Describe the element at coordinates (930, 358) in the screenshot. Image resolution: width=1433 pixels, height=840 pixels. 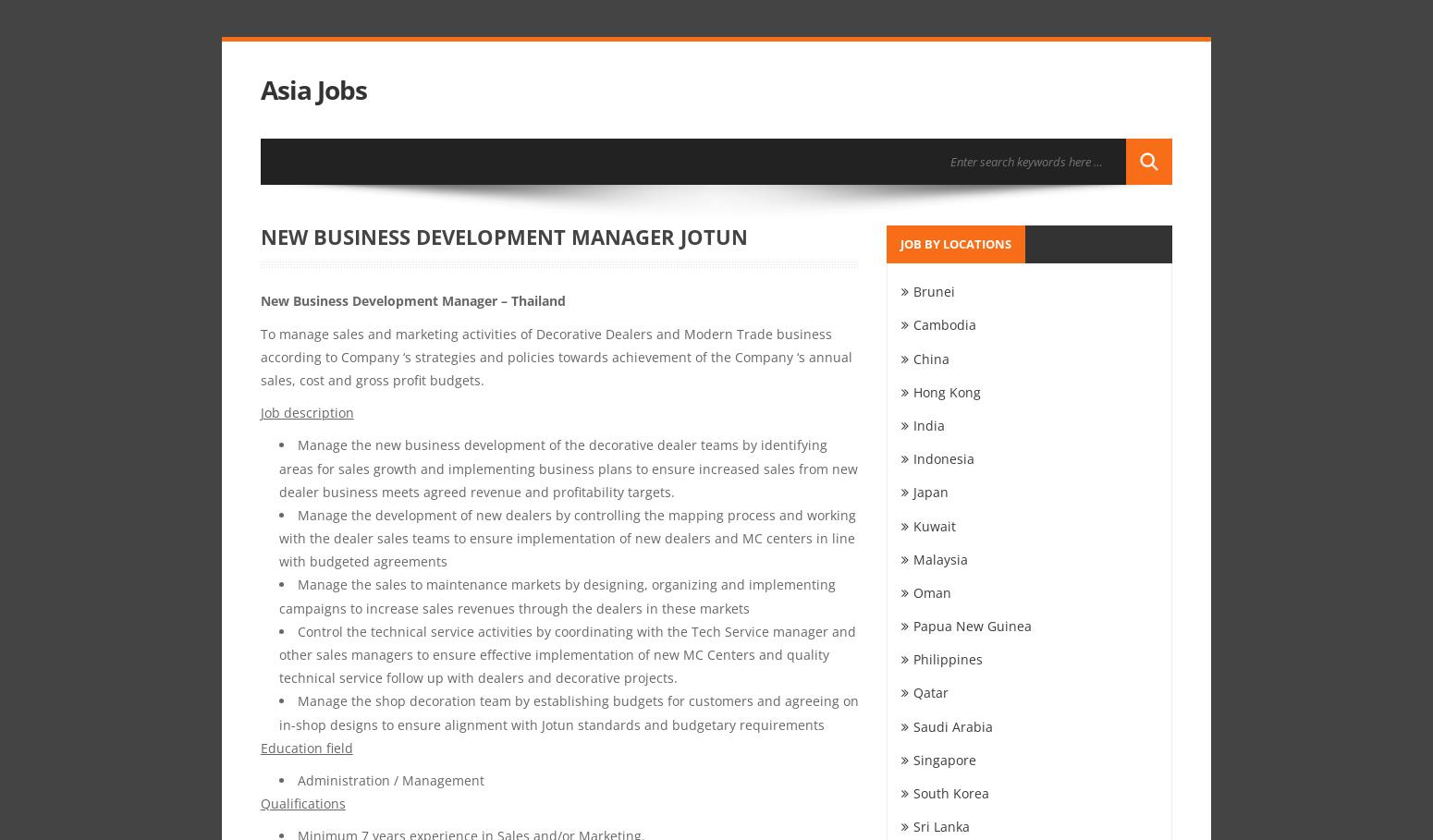
I see `'China'` at that location.